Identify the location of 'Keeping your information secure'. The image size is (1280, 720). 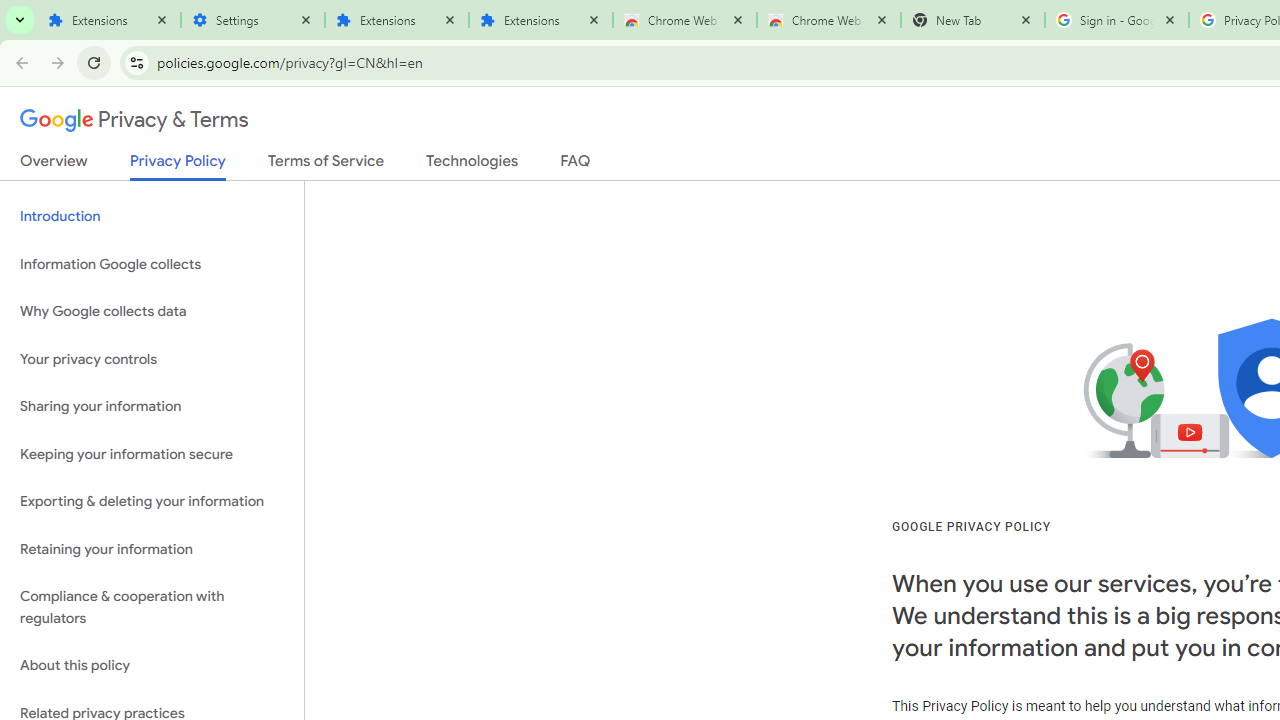
(151, 454).